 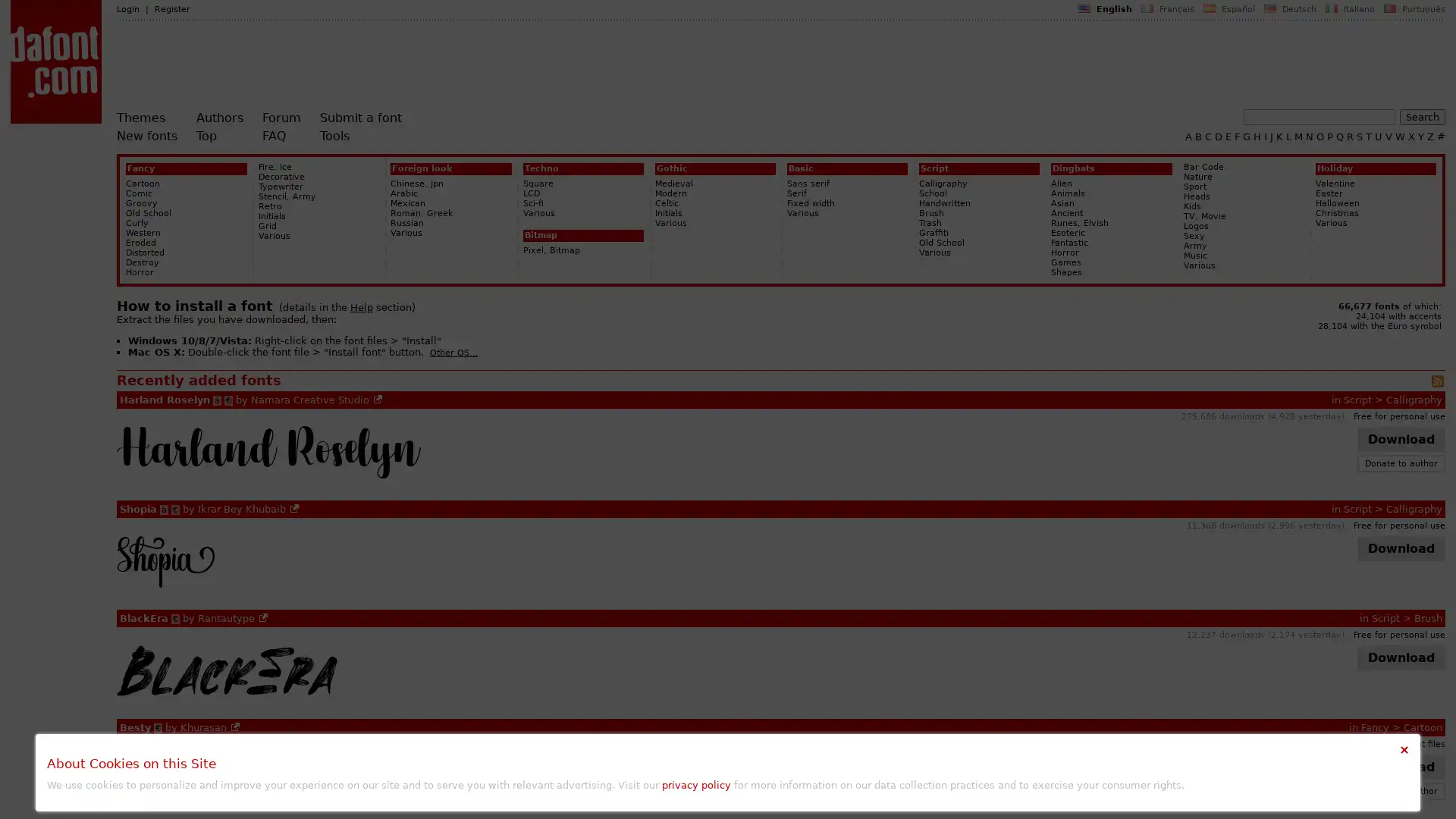 I want to click on Search, so click(x=1422, y=116).